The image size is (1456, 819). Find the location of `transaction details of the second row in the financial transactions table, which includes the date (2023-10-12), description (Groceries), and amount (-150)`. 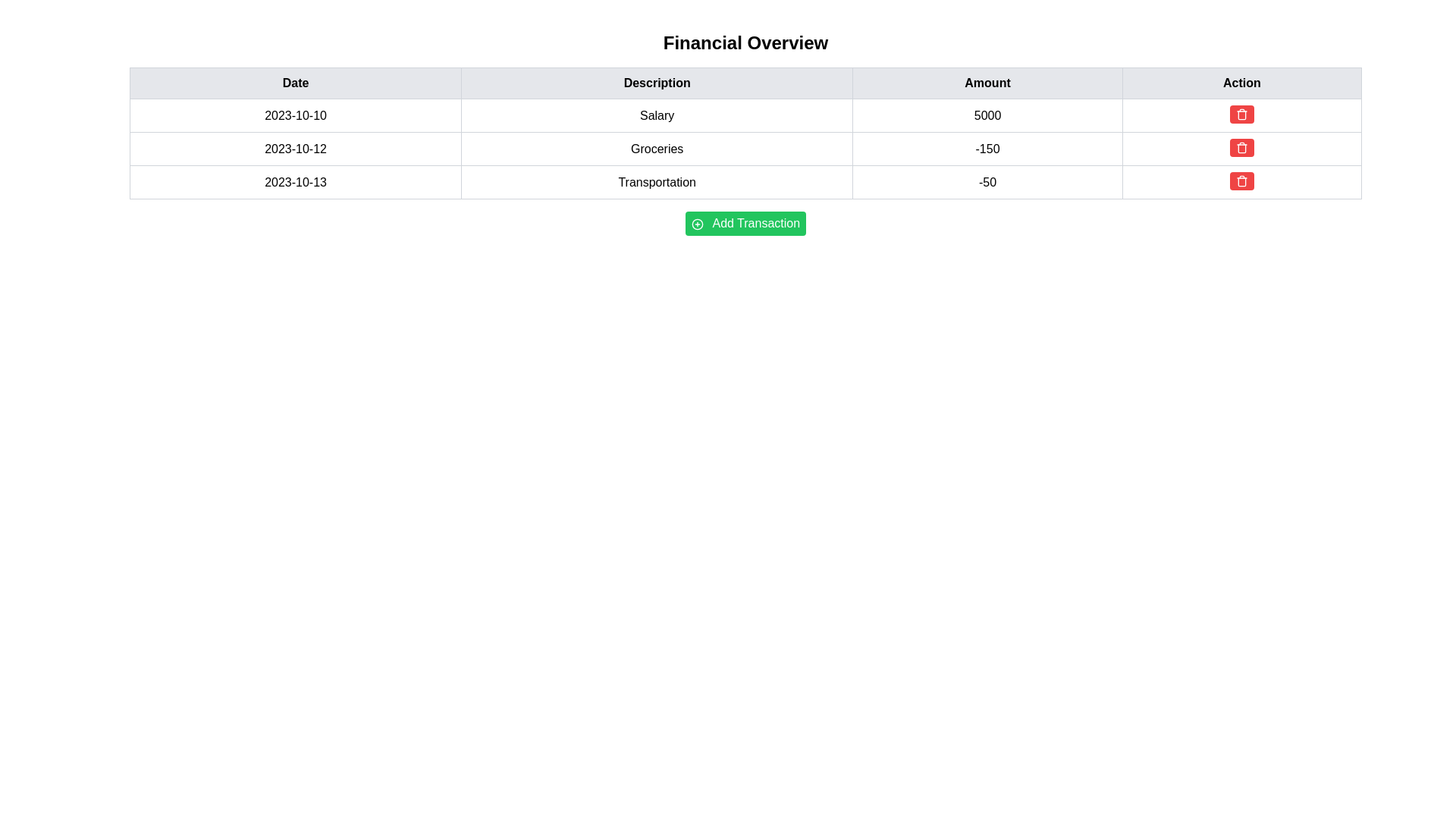

transaction details of the second row in the financial transactions table, which includes the date (2023-10-12), description (Groceries), and amount (-150) is located at coordinates (745, 149).